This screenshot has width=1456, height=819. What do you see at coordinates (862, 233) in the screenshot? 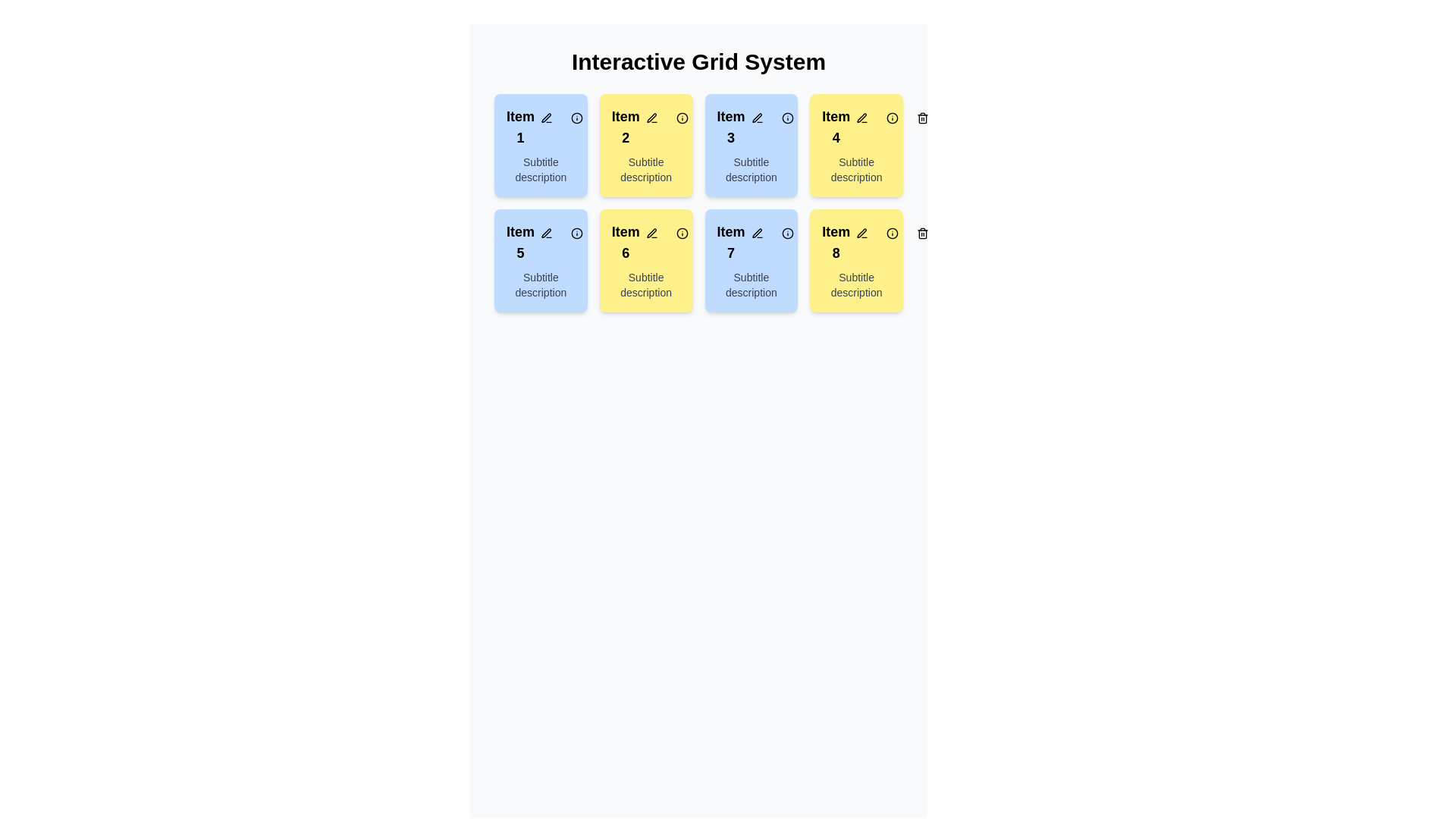
I see `the pen icon button located at the top-right corner of the 'Item 8' grid item` at bounding box center [862, 233].